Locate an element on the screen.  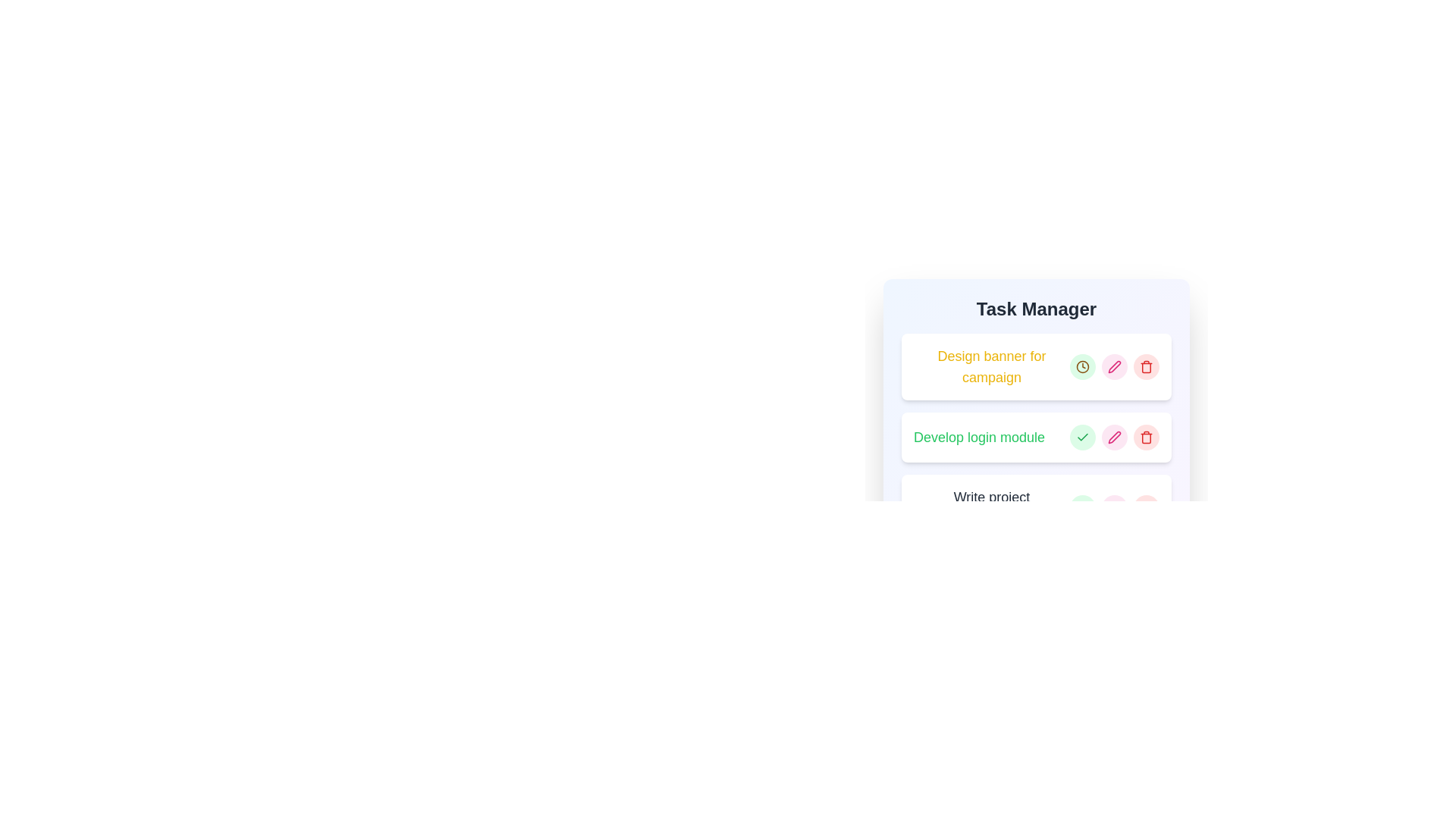
the pink pen or pencil icon located on the right-hand side of the second task item in the 'Task Manager' interface is located at coordinates (1114, 438).